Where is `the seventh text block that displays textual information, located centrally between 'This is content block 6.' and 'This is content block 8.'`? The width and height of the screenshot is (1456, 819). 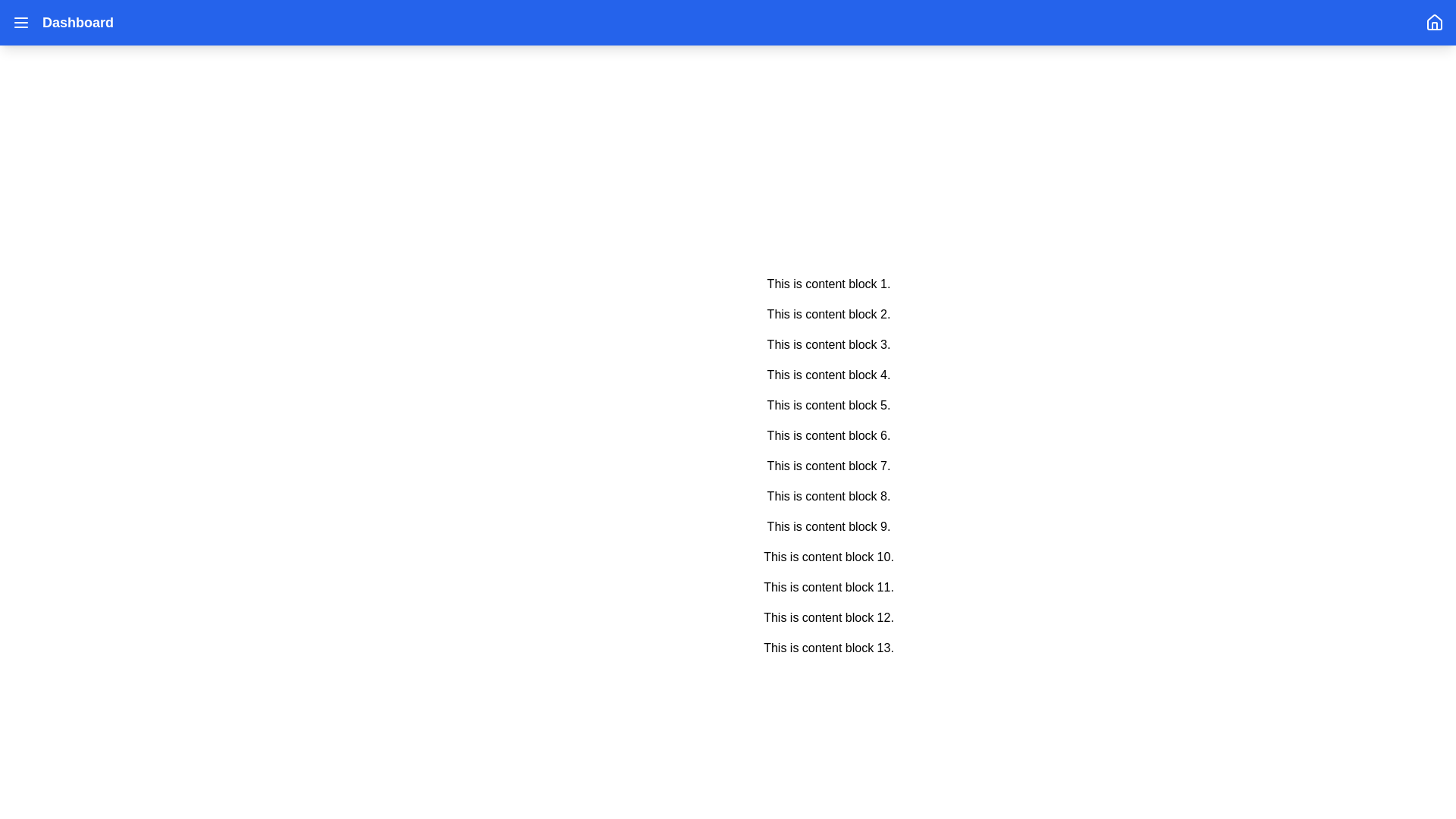 the seventh text block that displays textual information, located centrally between 'This is content block 6.' and 'This is content block 8.' is located at coordinates (828, 465).